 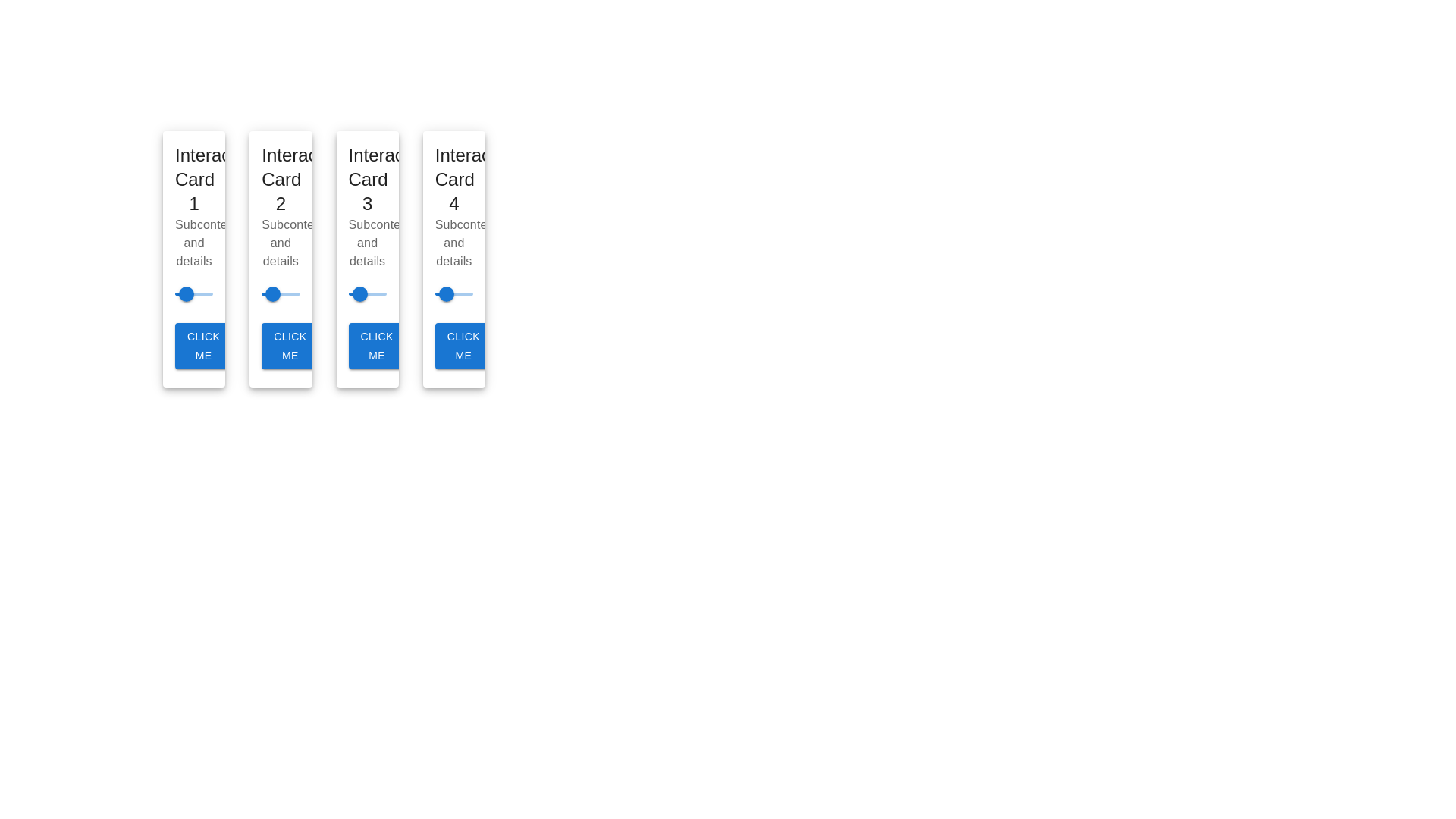 What do you see at coordinates (203, 294) in the screenshot?
I see `the slider` at bounding box center [203, 294].